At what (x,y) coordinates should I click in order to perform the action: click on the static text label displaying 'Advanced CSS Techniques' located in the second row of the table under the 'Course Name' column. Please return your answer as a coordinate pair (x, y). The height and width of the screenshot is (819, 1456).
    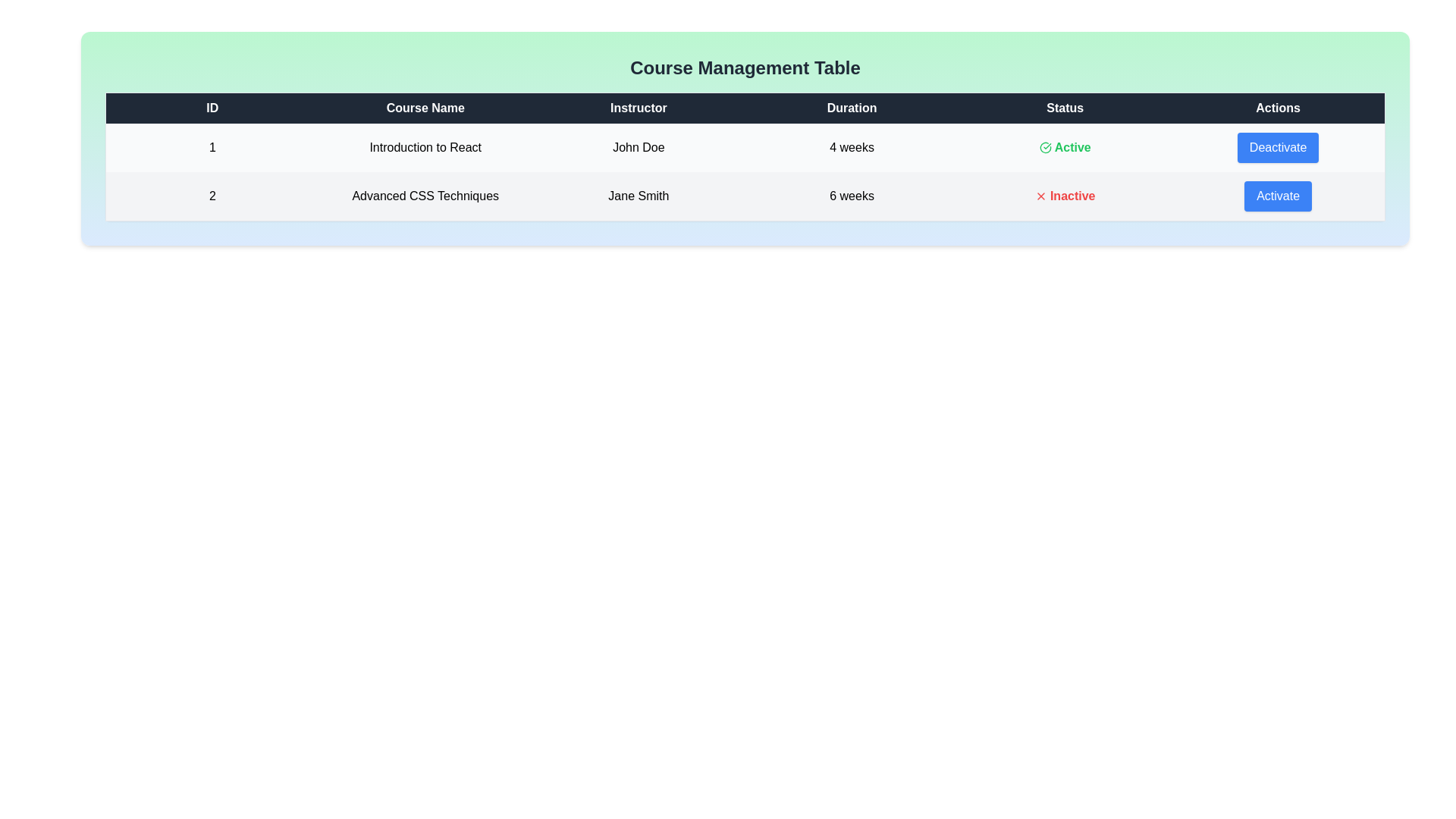
    Looking at the image, I should click on (425, 196).